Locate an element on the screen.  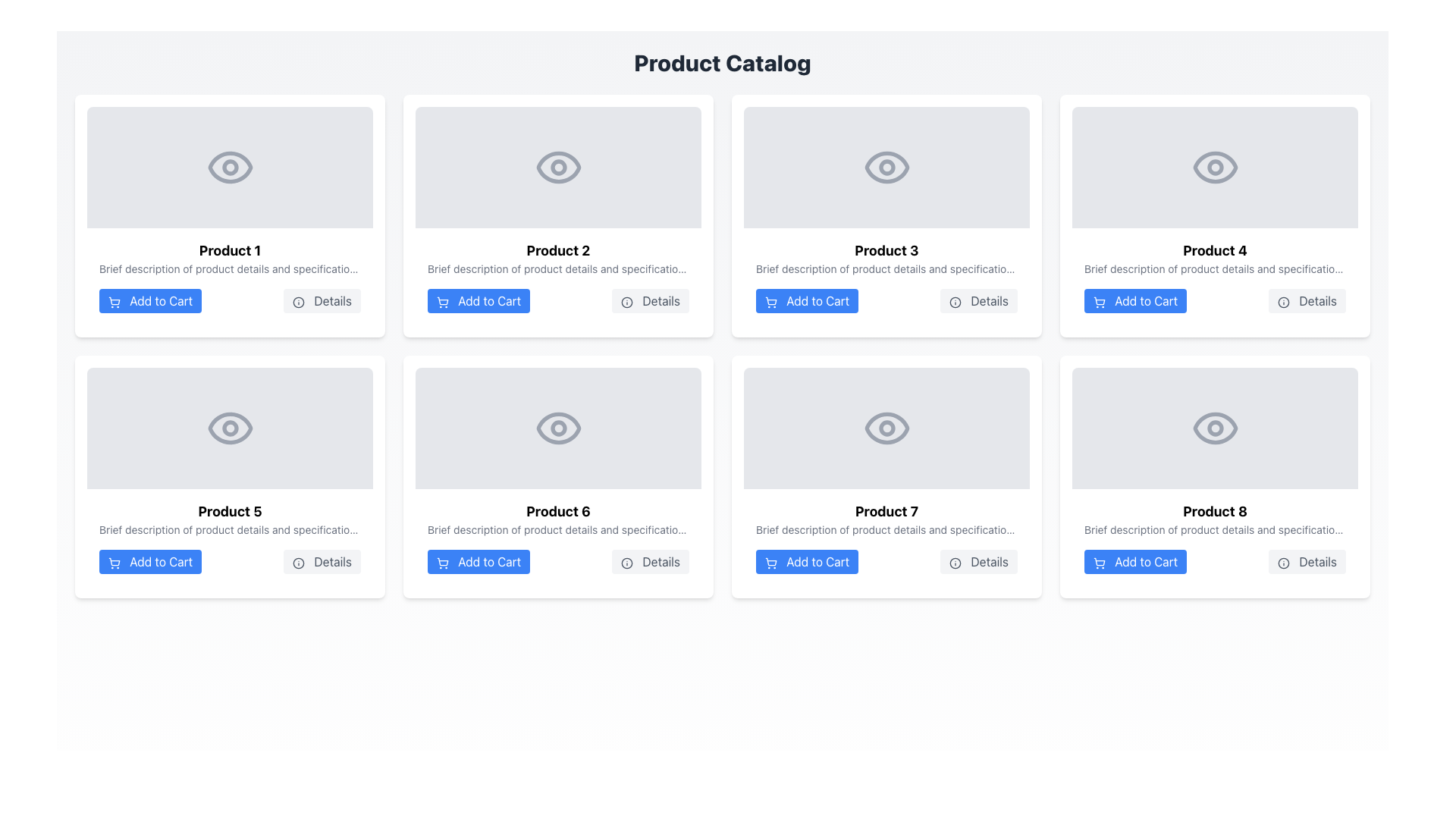
the 'Add to Cart' button for Product 2, located in the upper row, second column of the grid, to change its color to a darker blue is located at coordinates (478, 301).